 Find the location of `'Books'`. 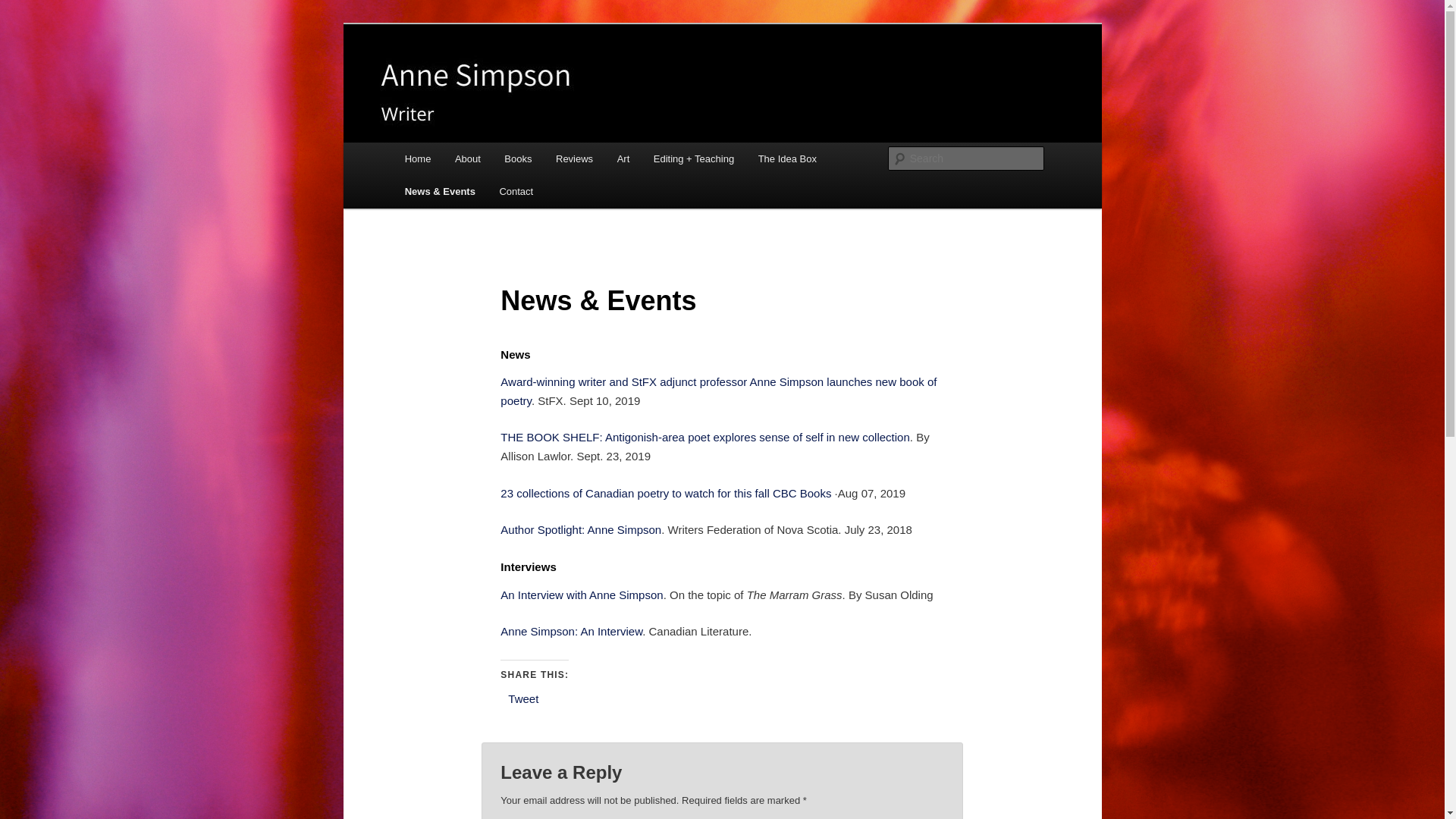

'Books' is located at coordinates (519, 158).